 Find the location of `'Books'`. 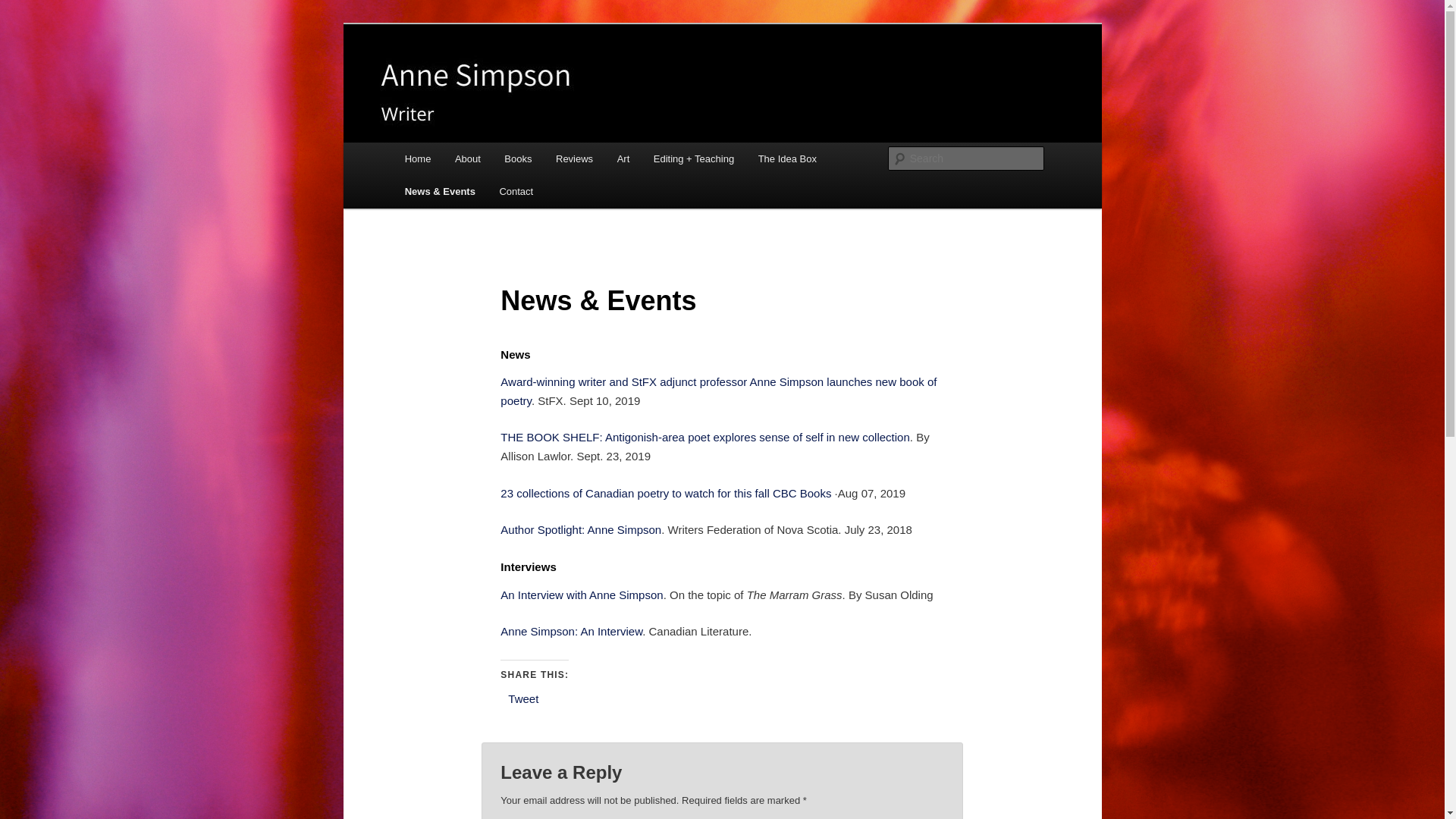

'Books' is located at coordinates (519, 158).